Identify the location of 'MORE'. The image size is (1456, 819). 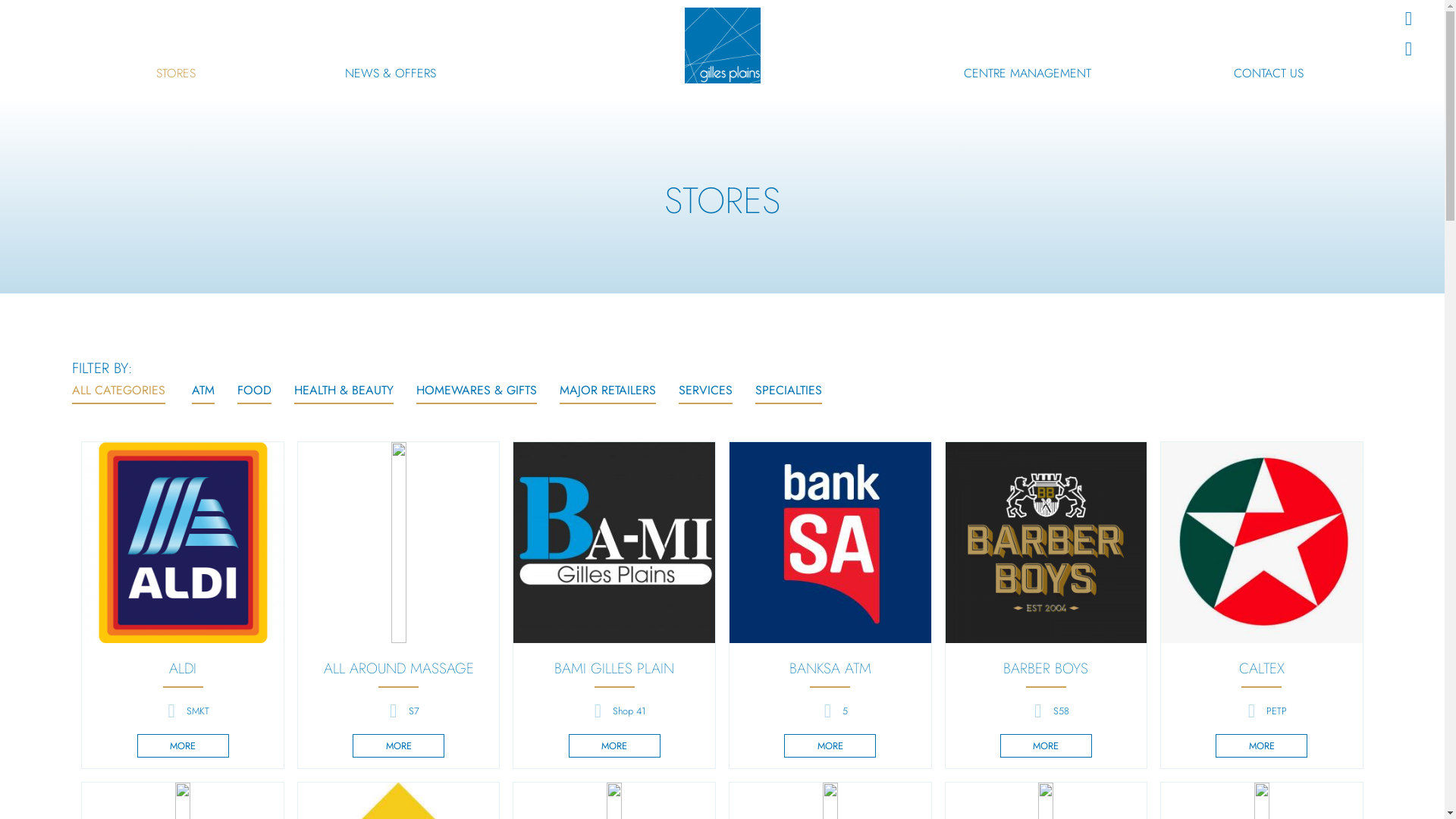
(182, 745).